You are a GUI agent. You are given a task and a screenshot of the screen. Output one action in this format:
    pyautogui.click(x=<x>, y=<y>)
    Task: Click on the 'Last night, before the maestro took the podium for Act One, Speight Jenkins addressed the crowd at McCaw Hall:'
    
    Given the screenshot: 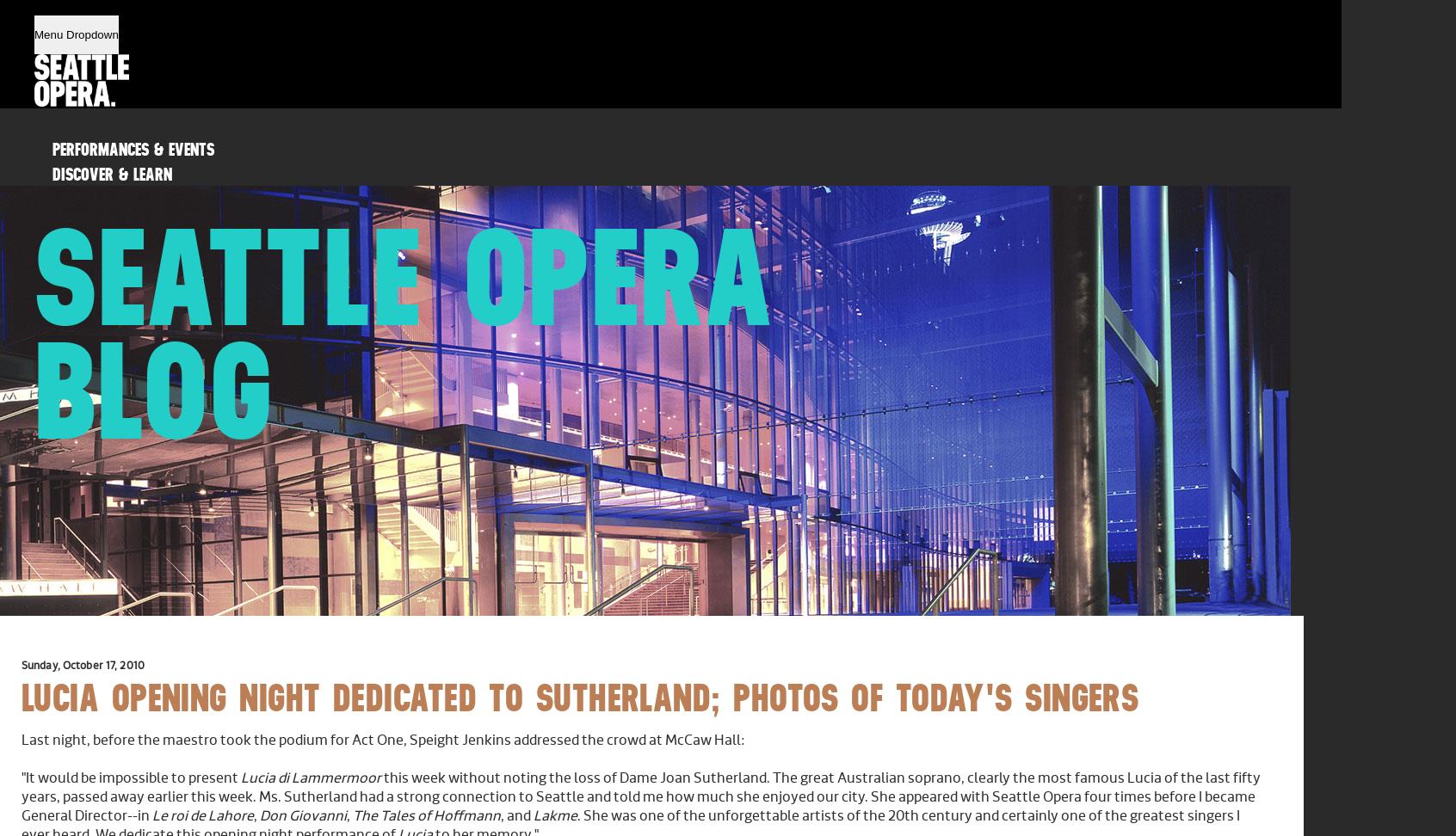 What is the action you would take?
    pyautogui.click(x=21, y=740)
    